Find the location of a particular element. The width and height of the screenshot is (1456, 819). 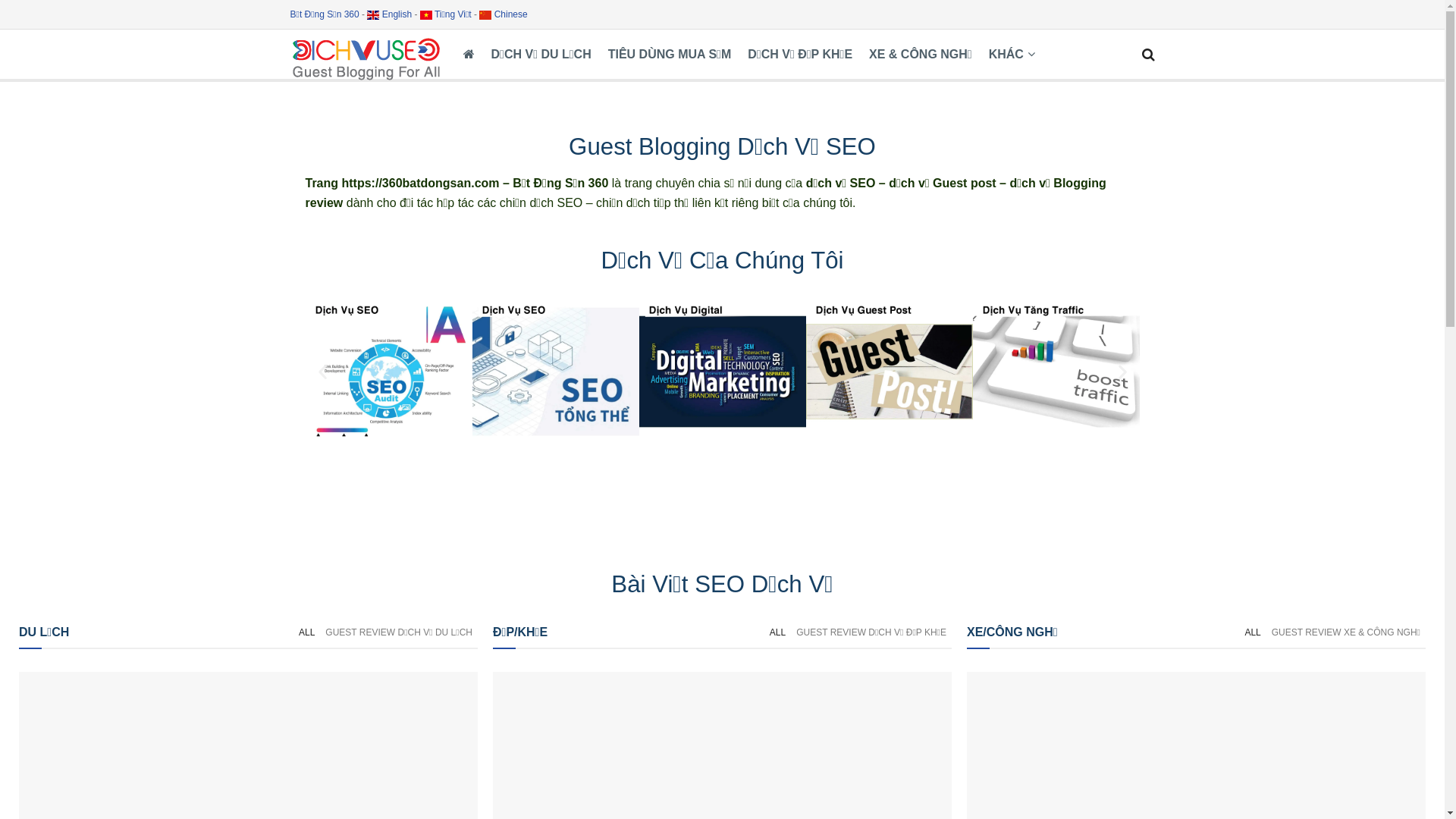

'ALL' is located at coordinates (306, 632).